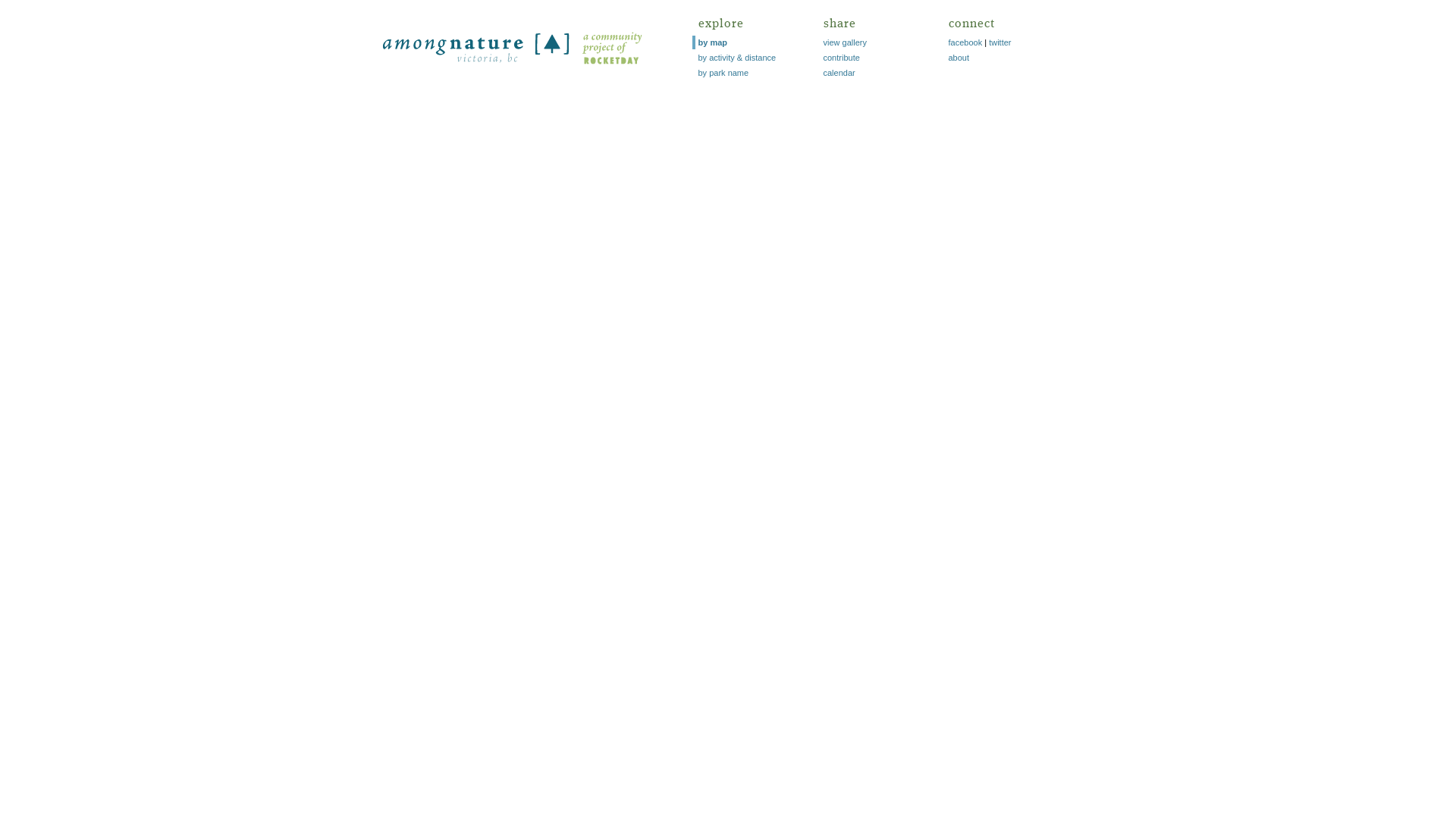 This screenshot has height=819, width=1456. What do you see at coordinates (822, 42) in the screenshot?
I see `'view gallery'` at bounding box center [822, 42].